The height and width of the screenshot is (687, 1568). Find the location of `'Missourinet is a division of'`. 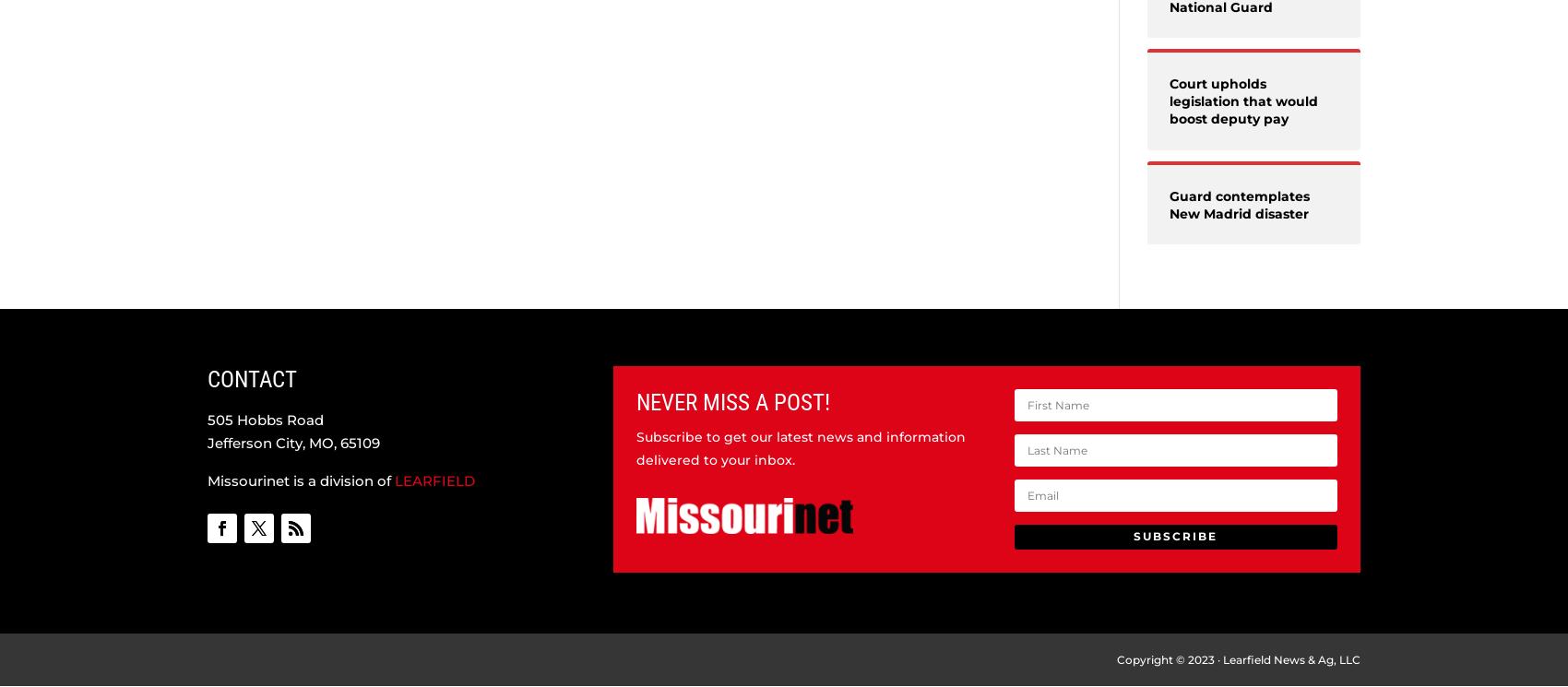

'Missourinet is a division of' is located at coordinates (300, 479).